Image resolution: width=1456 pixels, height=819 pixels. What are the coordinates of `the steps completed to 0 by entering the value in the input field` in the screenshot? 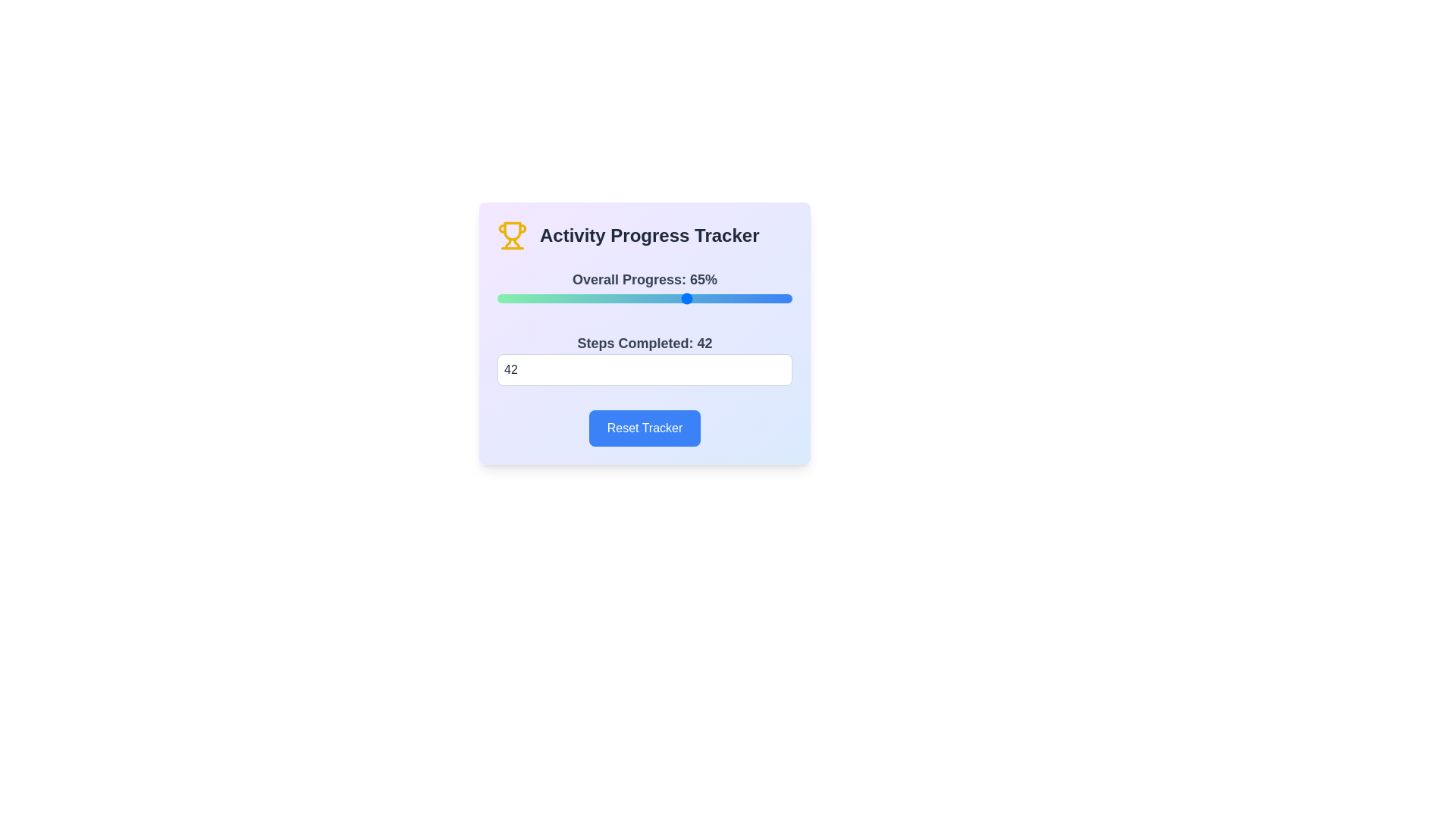 It's located at (645, 370).